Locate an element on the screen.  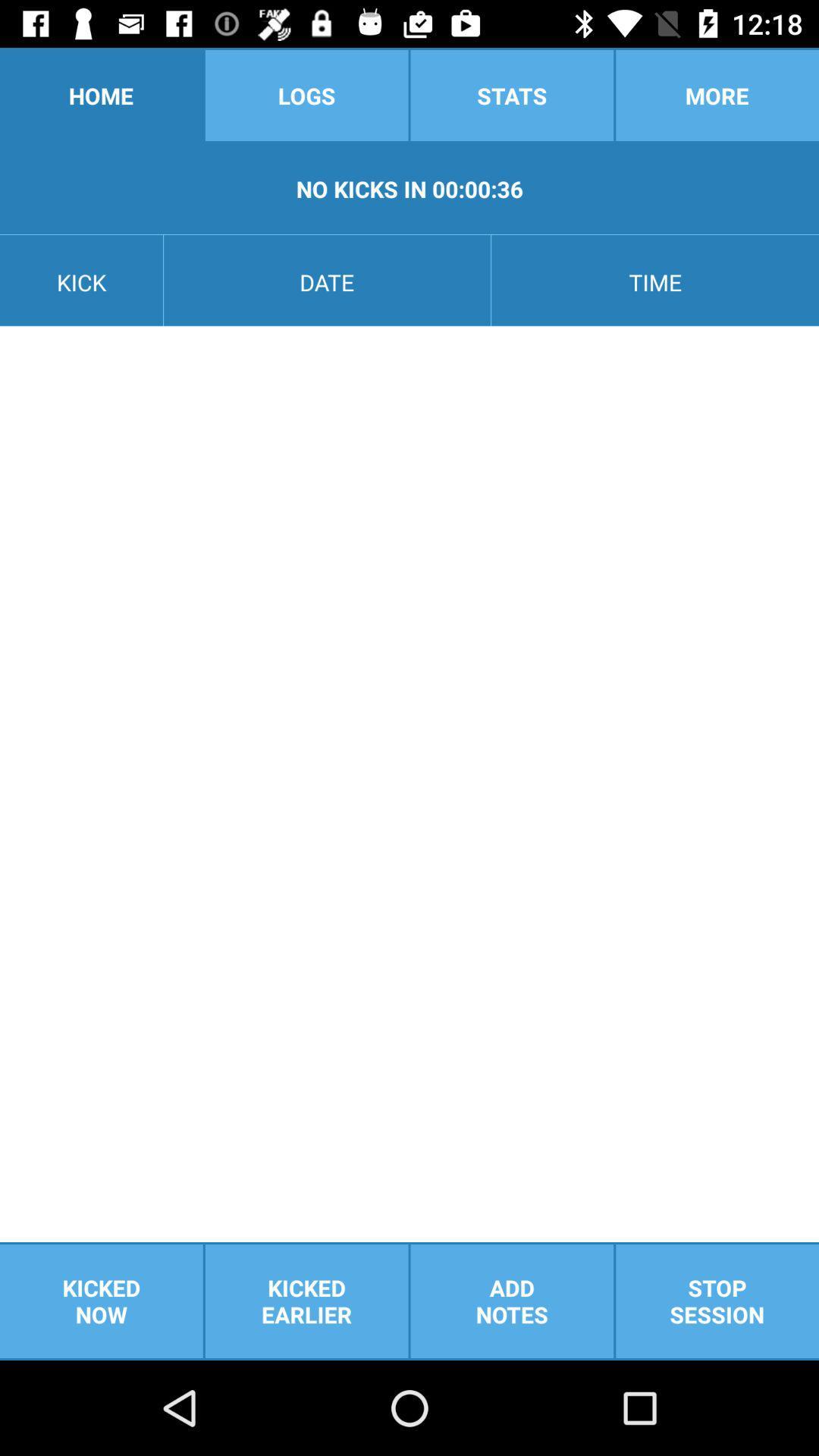
the add is located at coordinates (512, 1301).